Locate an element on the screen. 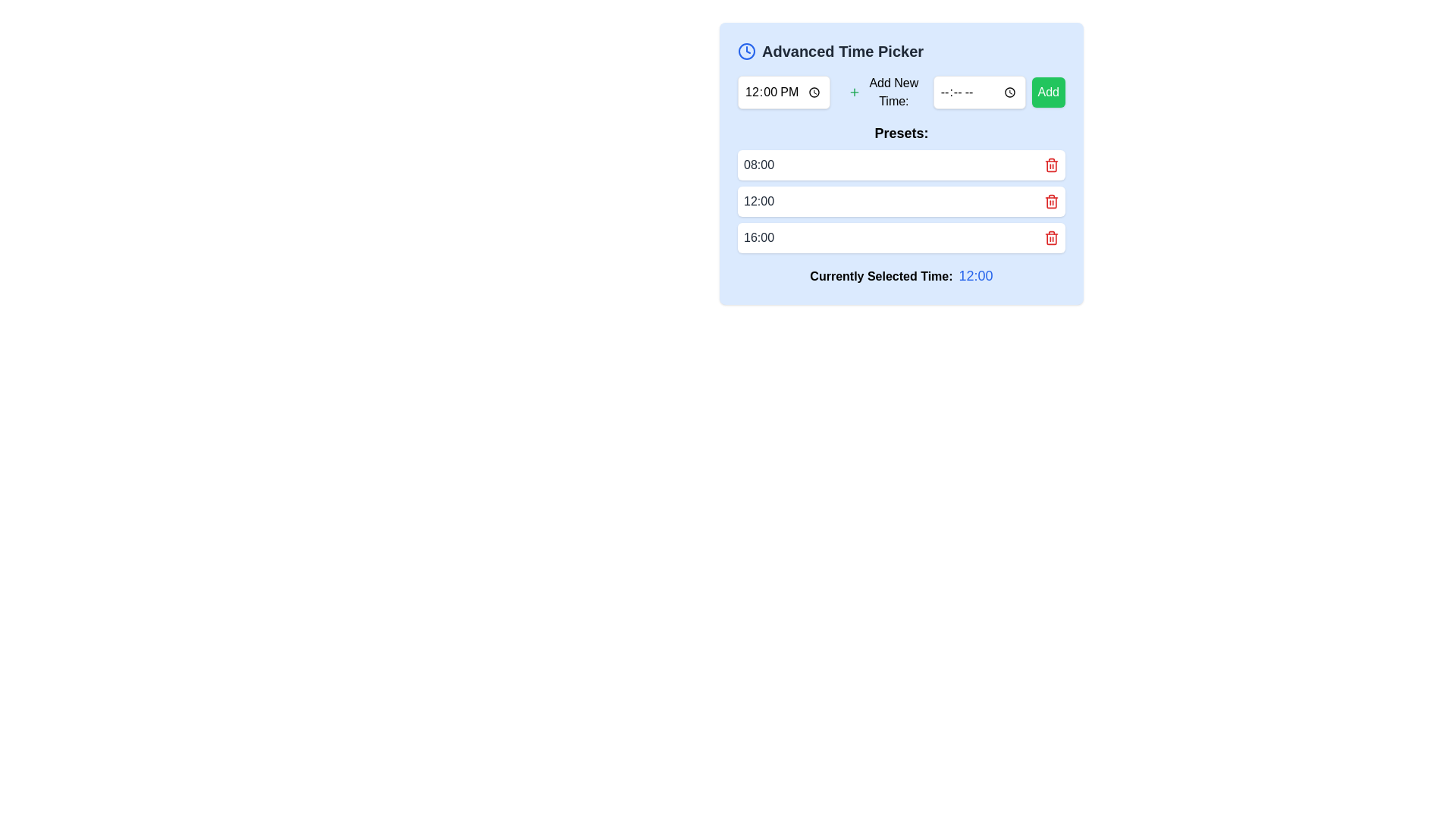 This screenshot has width=1456, height=819. the button that allows the user to add a new time entry, located in the third position of a horizontal layout, to change its color is located at coordinates (1047, 93).